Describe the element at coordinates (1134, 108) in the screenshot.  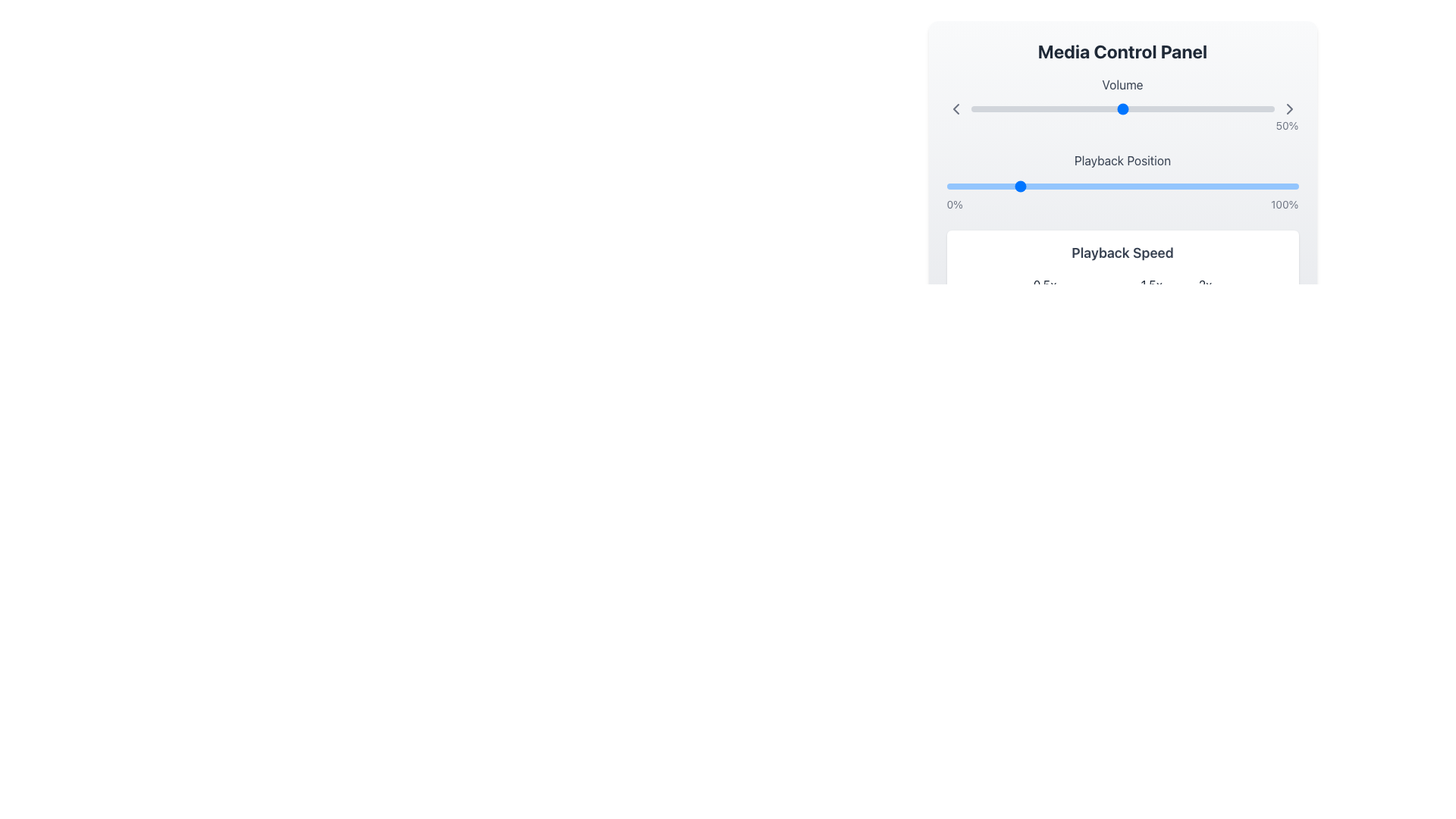
I see `volume` at that location.